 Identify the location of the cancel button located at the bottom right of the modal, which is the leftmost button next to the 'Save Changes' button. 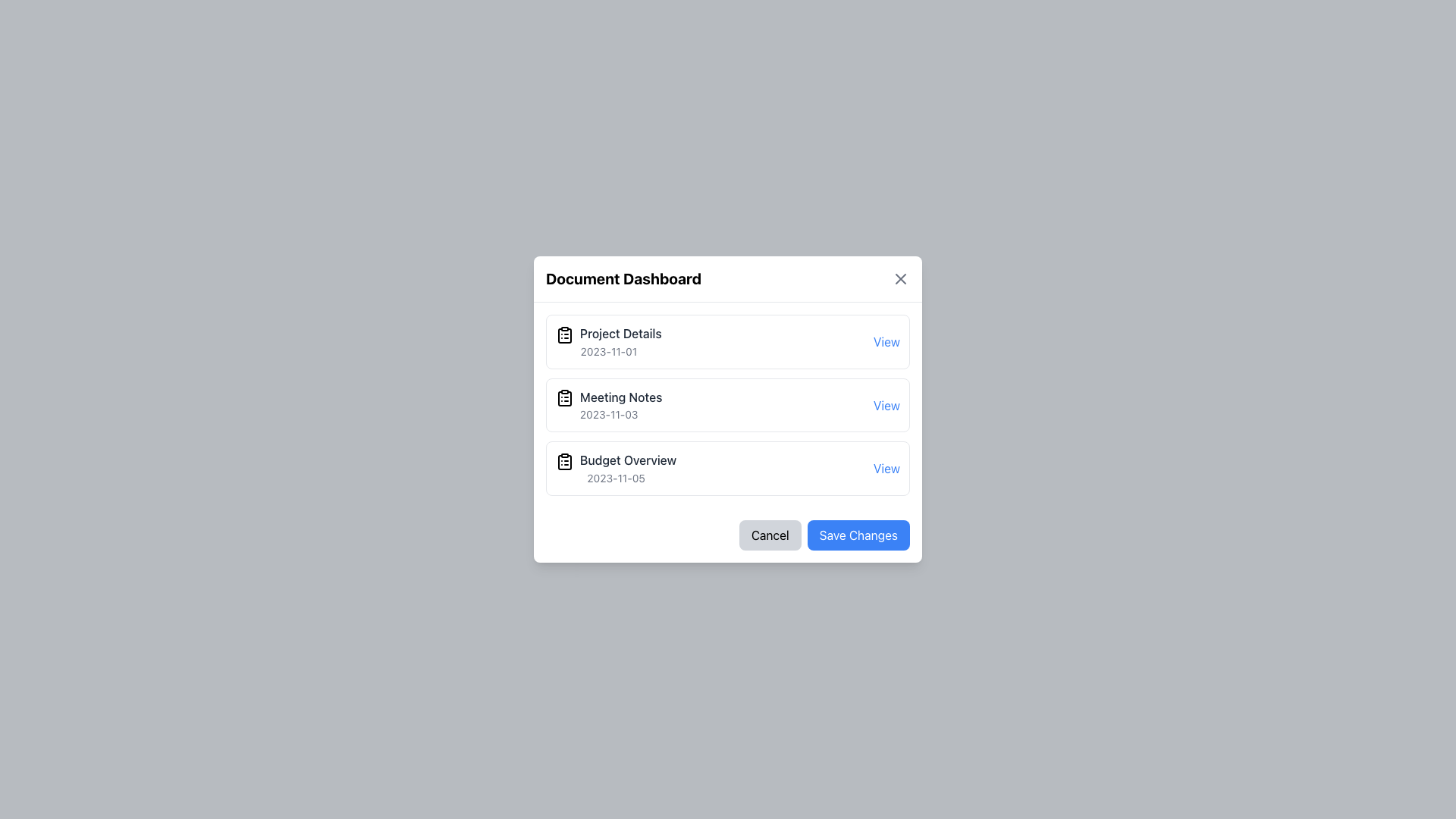
(770, 535).